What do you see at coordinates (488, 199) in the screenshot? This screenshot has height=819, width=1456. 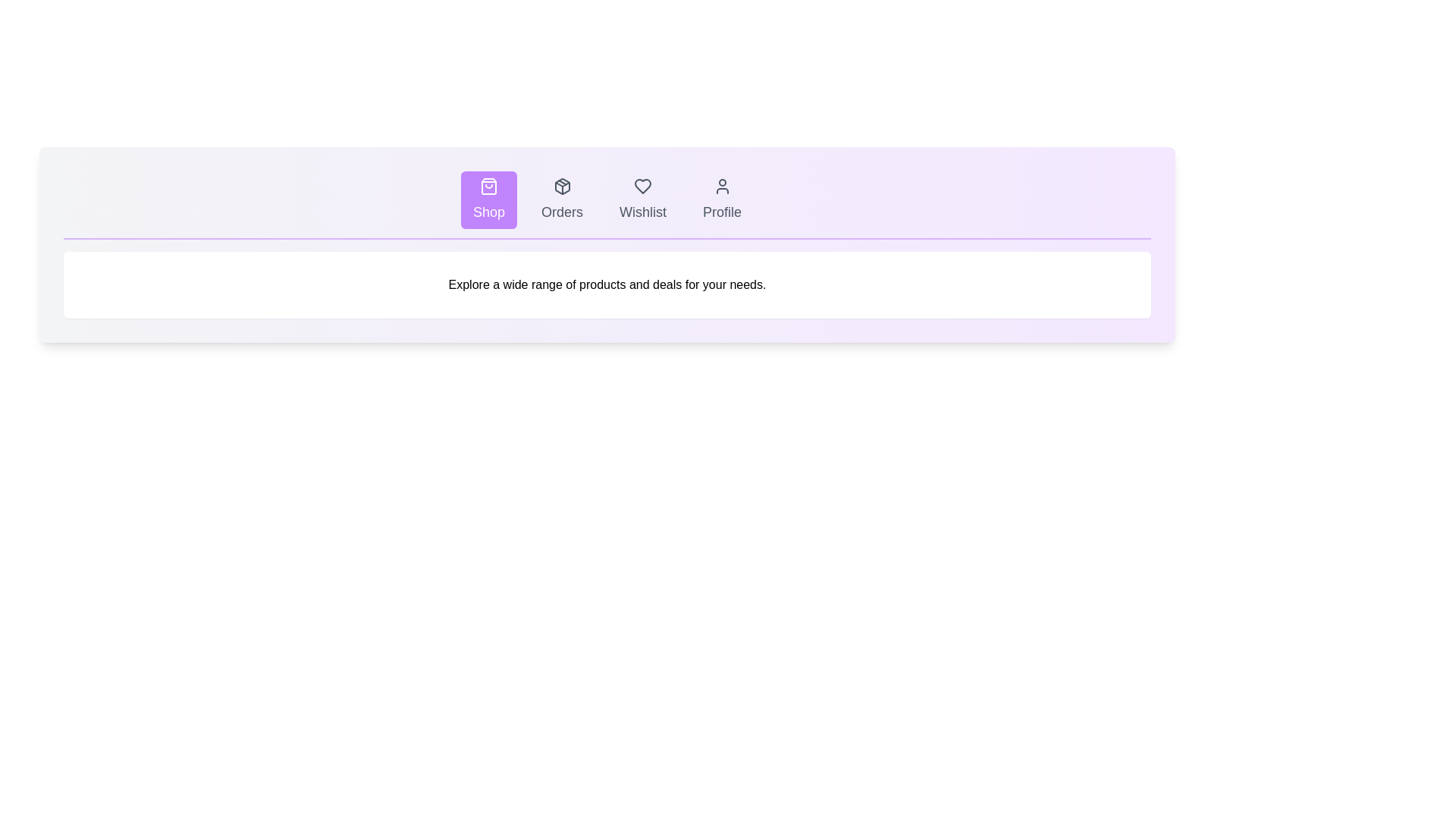 I see `the tab corresponding to Shop by clicking on it` at bounding box center [488, 199].